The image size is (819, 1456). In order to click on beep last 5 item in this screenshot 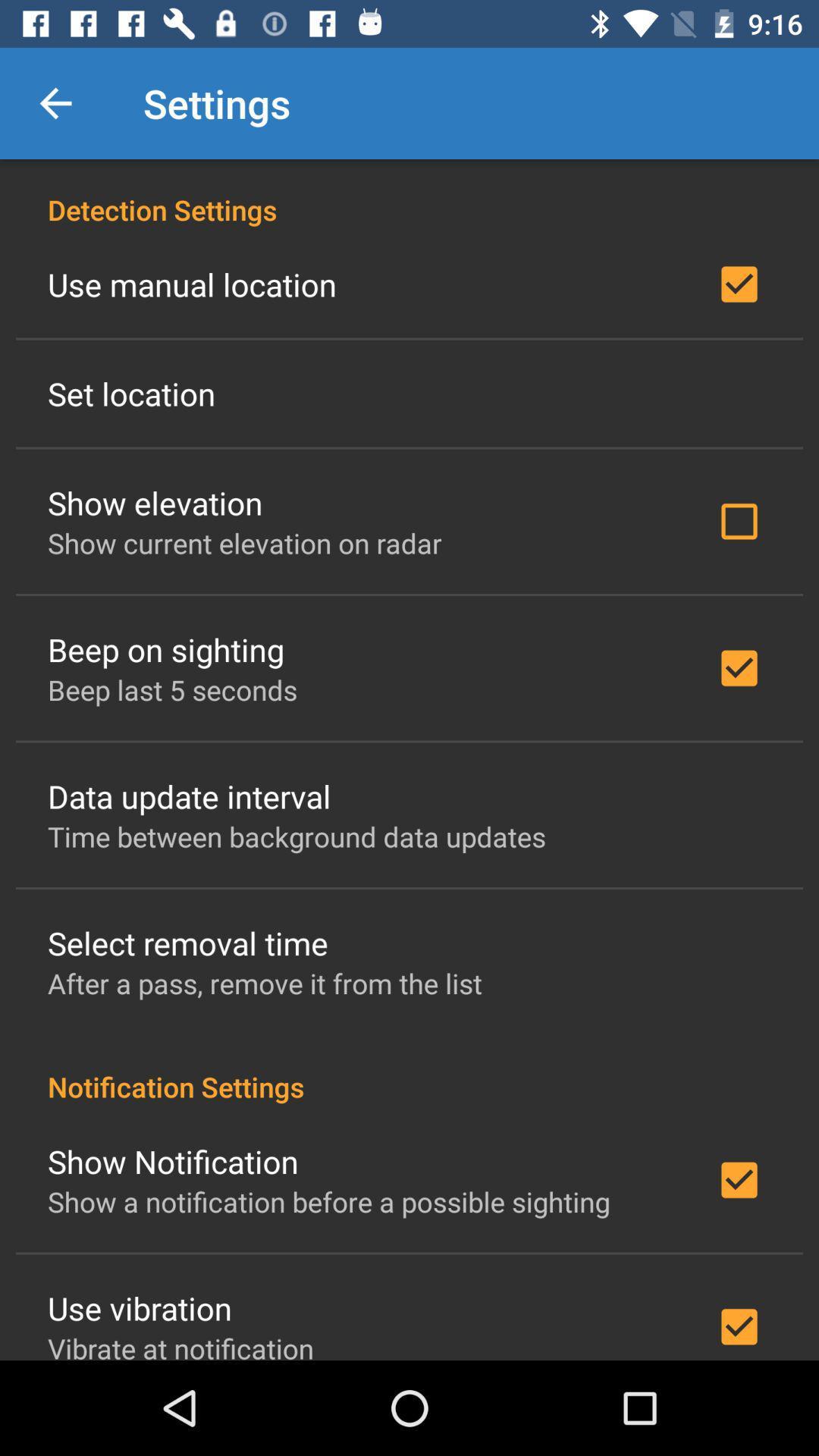, I will do `click(171, 689)`.